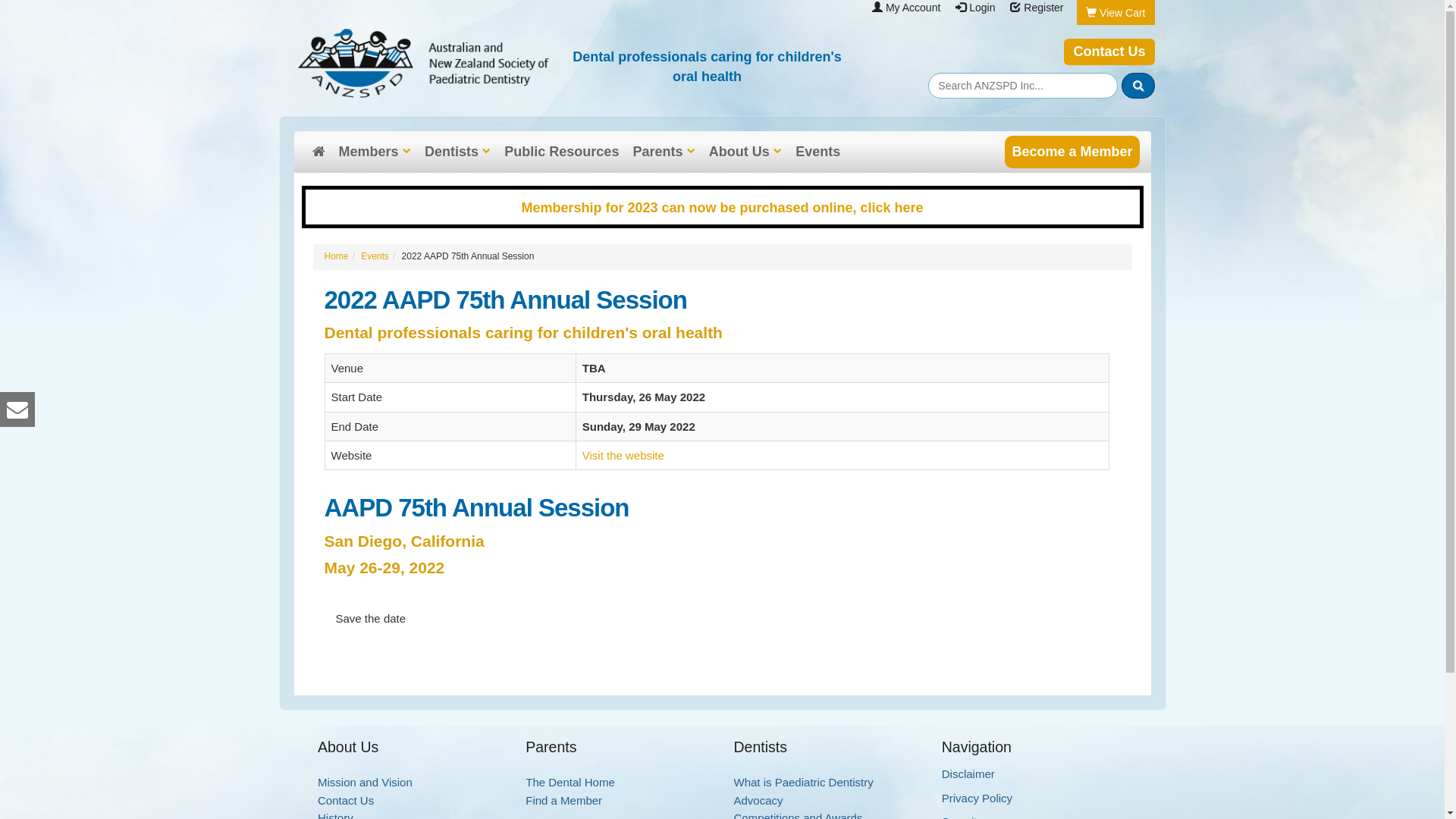 The height and width of the screenshot is (819, 1456). I want to click on 'Members', so click(374, 152).